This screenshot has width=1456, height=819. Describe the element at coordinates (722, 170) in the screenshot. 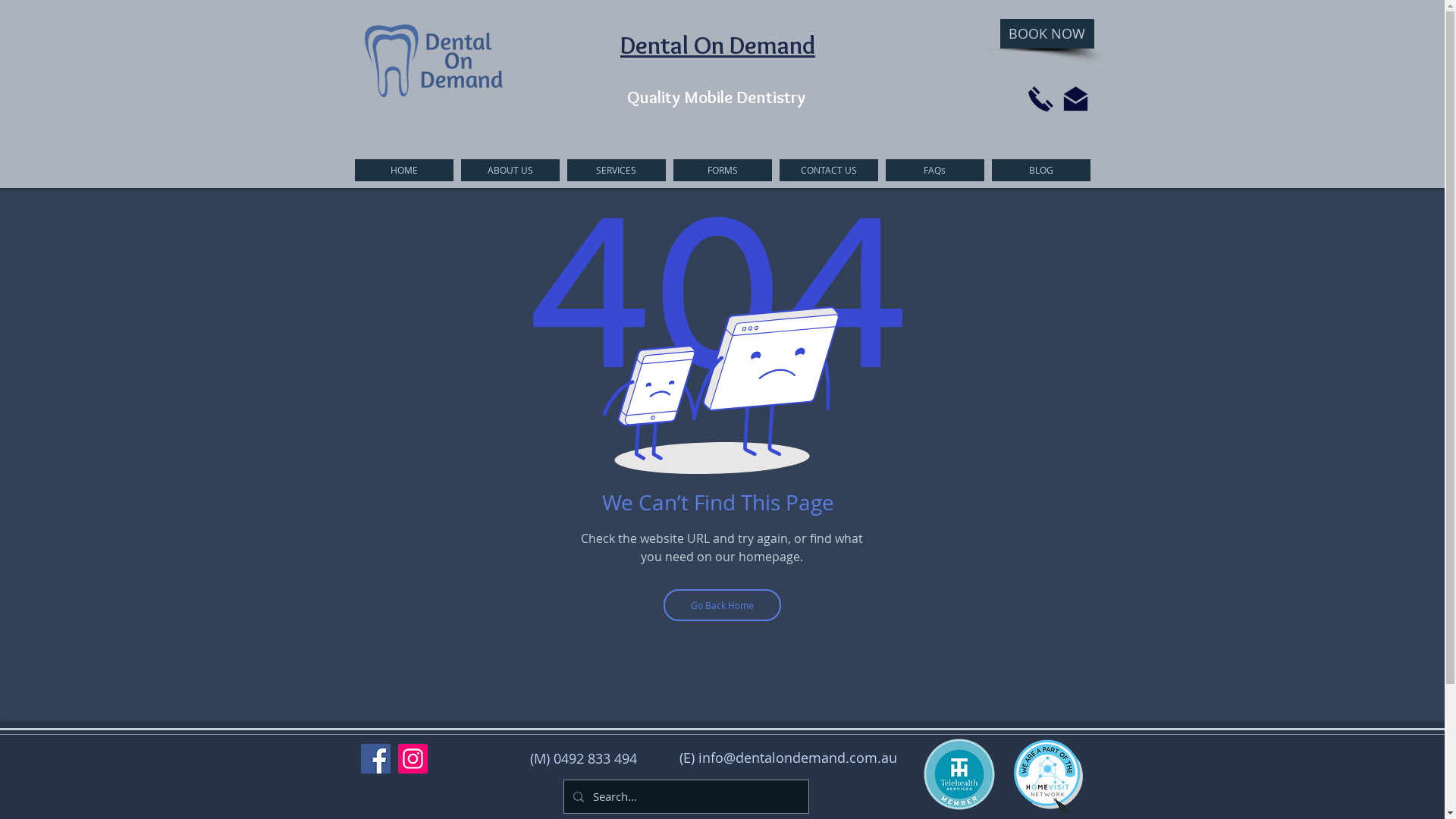

I see `'FORMS'` at that location.